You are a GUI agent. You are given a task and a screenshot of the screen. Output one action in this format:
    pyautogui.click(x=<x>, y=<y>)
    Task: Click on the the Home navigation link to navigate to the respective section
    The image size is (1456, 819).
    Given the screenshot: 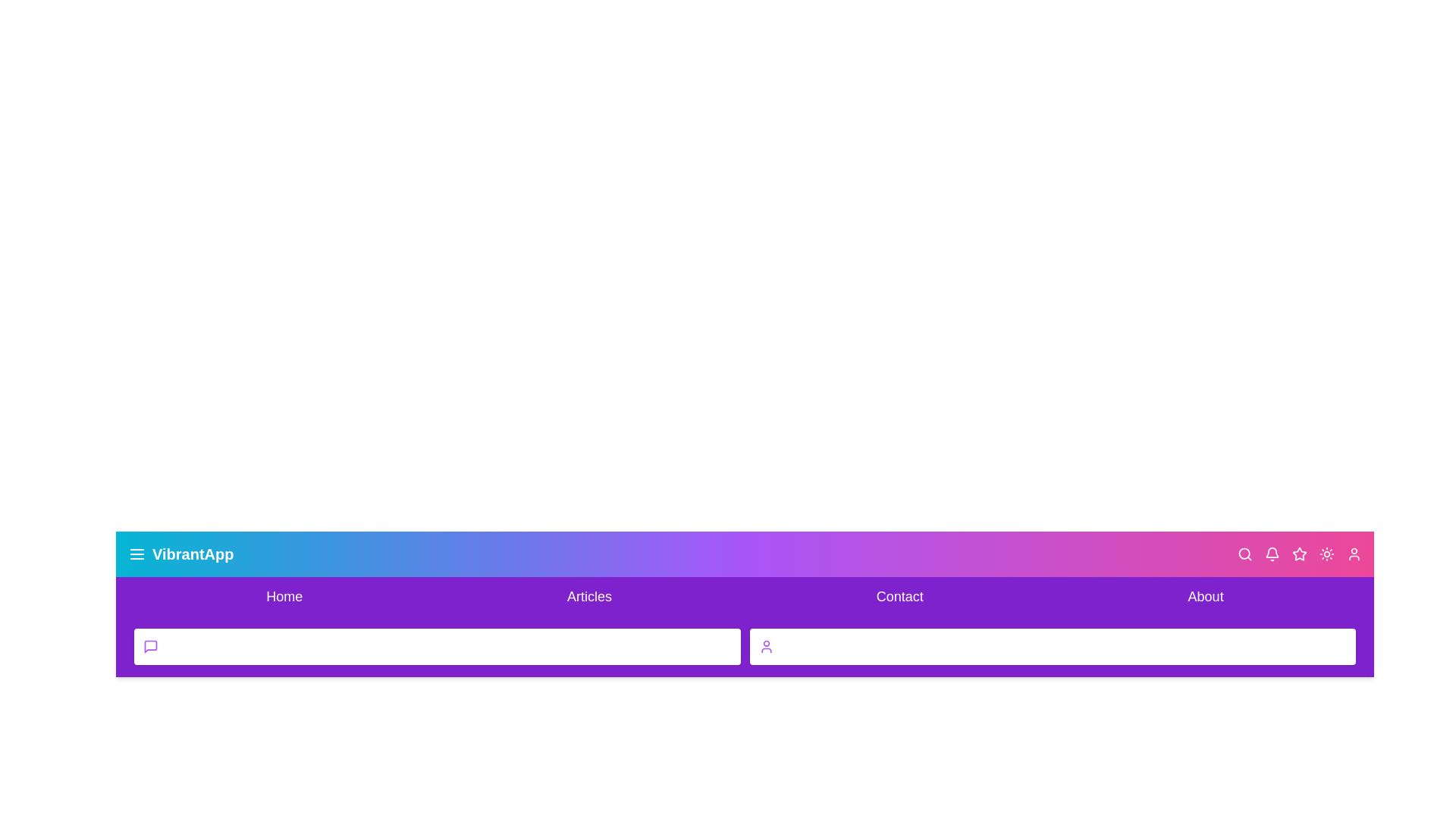 What is the action you would take?
    pyautogui.click(x=284, y=595)
    